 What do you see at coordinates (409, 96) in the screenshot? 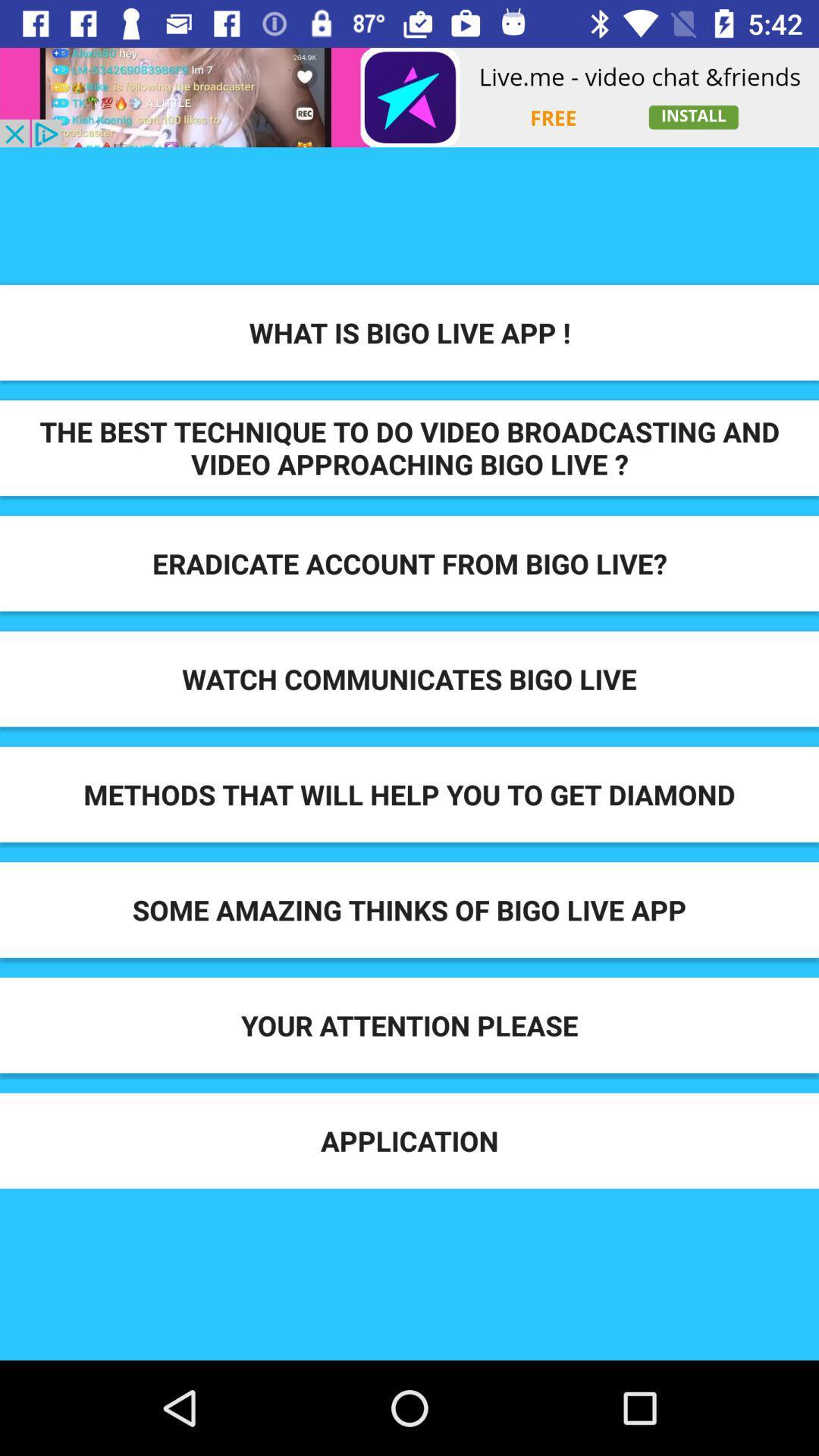
I see `advertisement clicking option` at bounding box center [409, 96].